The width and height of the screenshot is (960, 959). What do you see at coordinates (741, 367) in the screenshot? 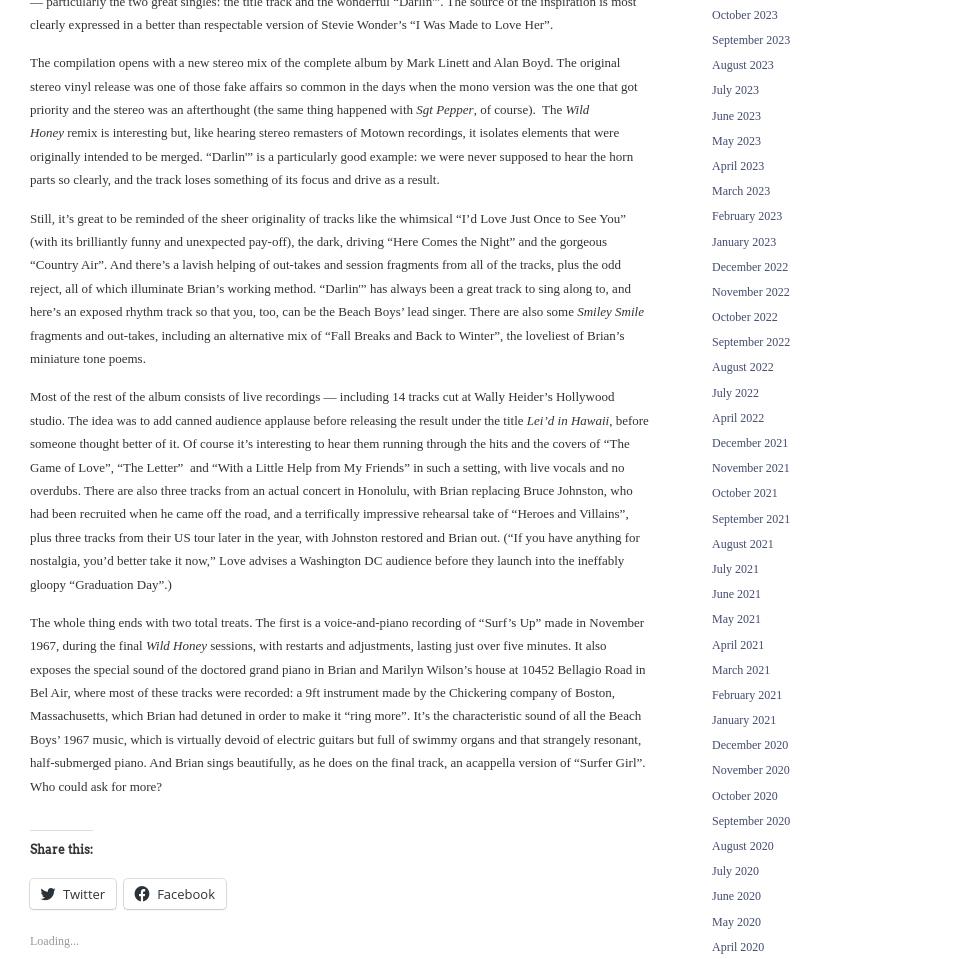
I see `'August 2022'` at bounding box center [741, 367].